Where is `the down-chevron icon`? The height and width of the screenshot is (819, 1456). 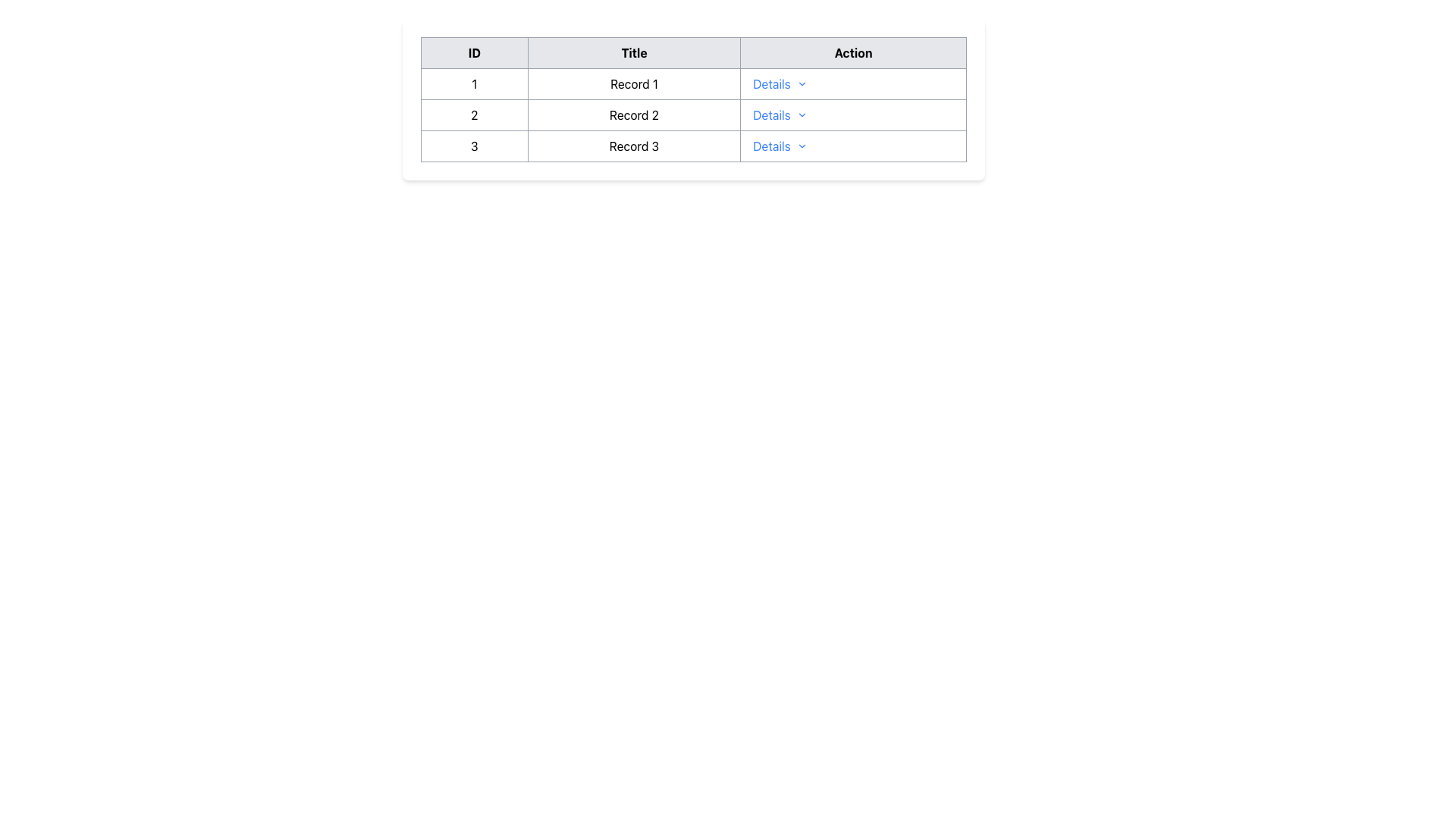
the down-chevron icon is located at coordinates (801, 114).